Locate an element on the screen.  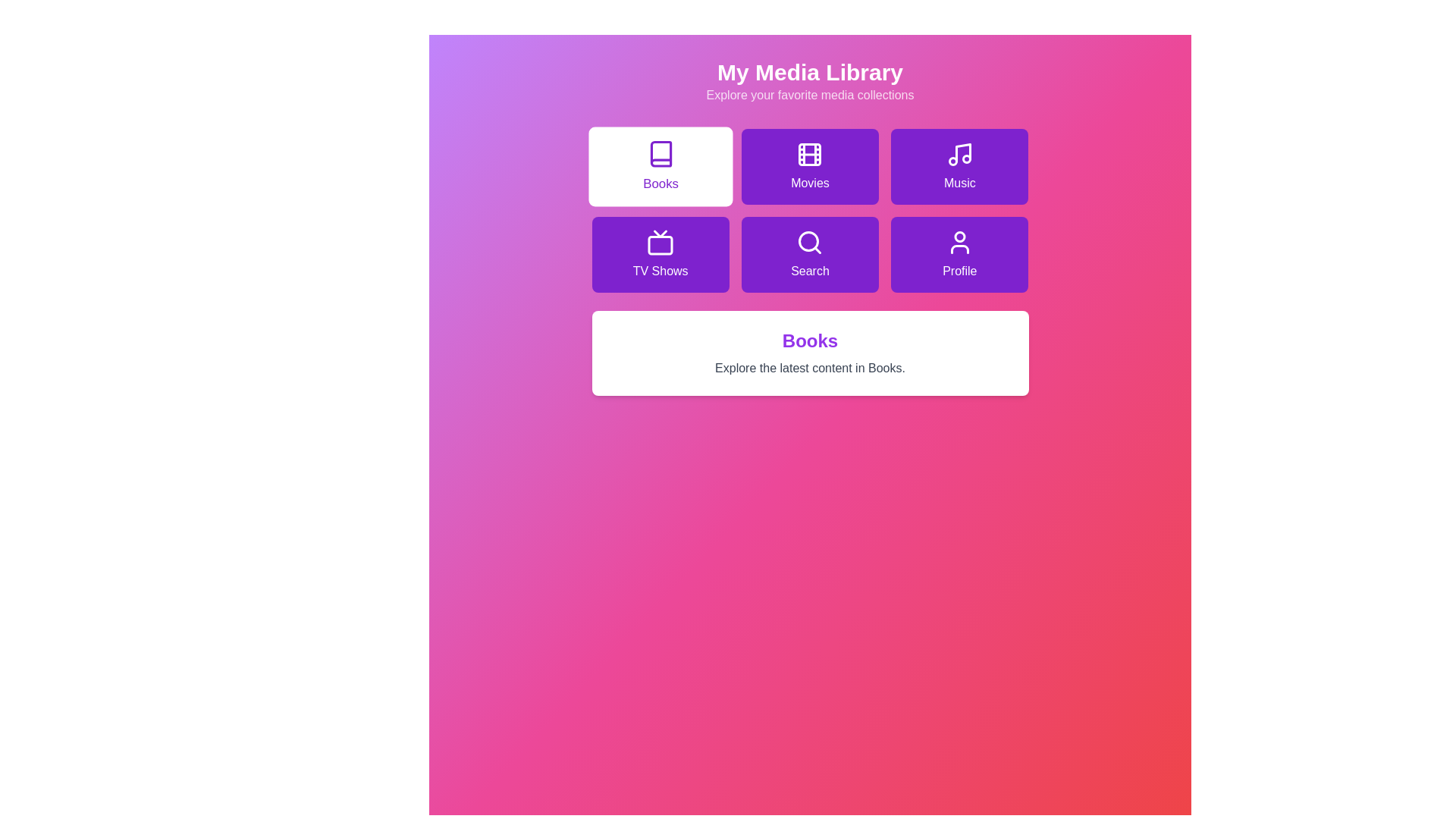
the button that redirects to the 'Movies' section, which is the second entry in a grid layout, positioned centrally between 'Books' and 'Music' is located at coordinates (809, 166).